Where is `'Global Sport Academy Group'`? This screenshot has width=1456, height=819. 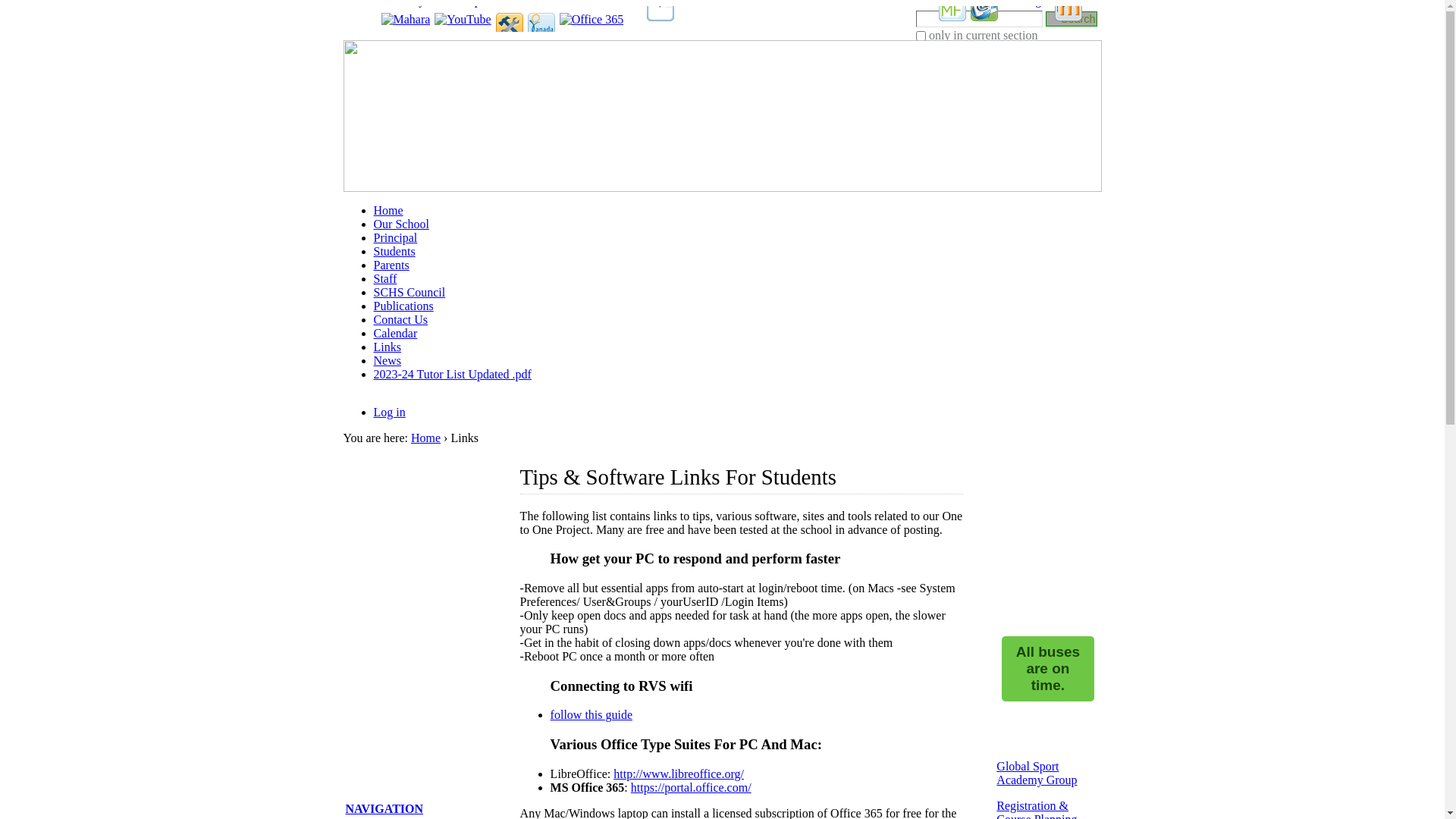
'Global Sport Academy Group' is located at coordinates (996, 773).